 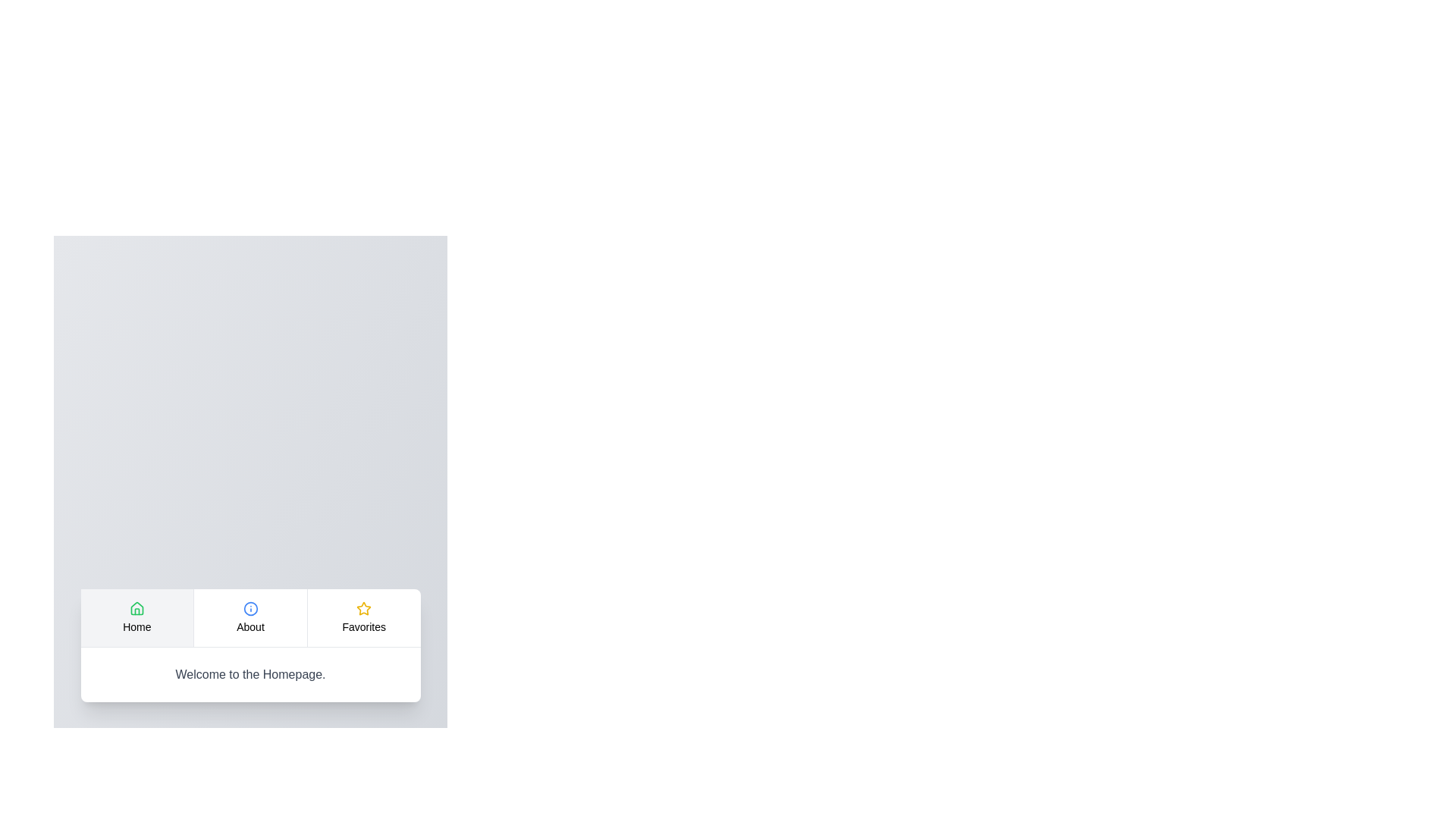 What do you see at coordinates (250, 617) in the screenshot?
I see `the tab labeled About to display its description` at bounding box center [250, 617].